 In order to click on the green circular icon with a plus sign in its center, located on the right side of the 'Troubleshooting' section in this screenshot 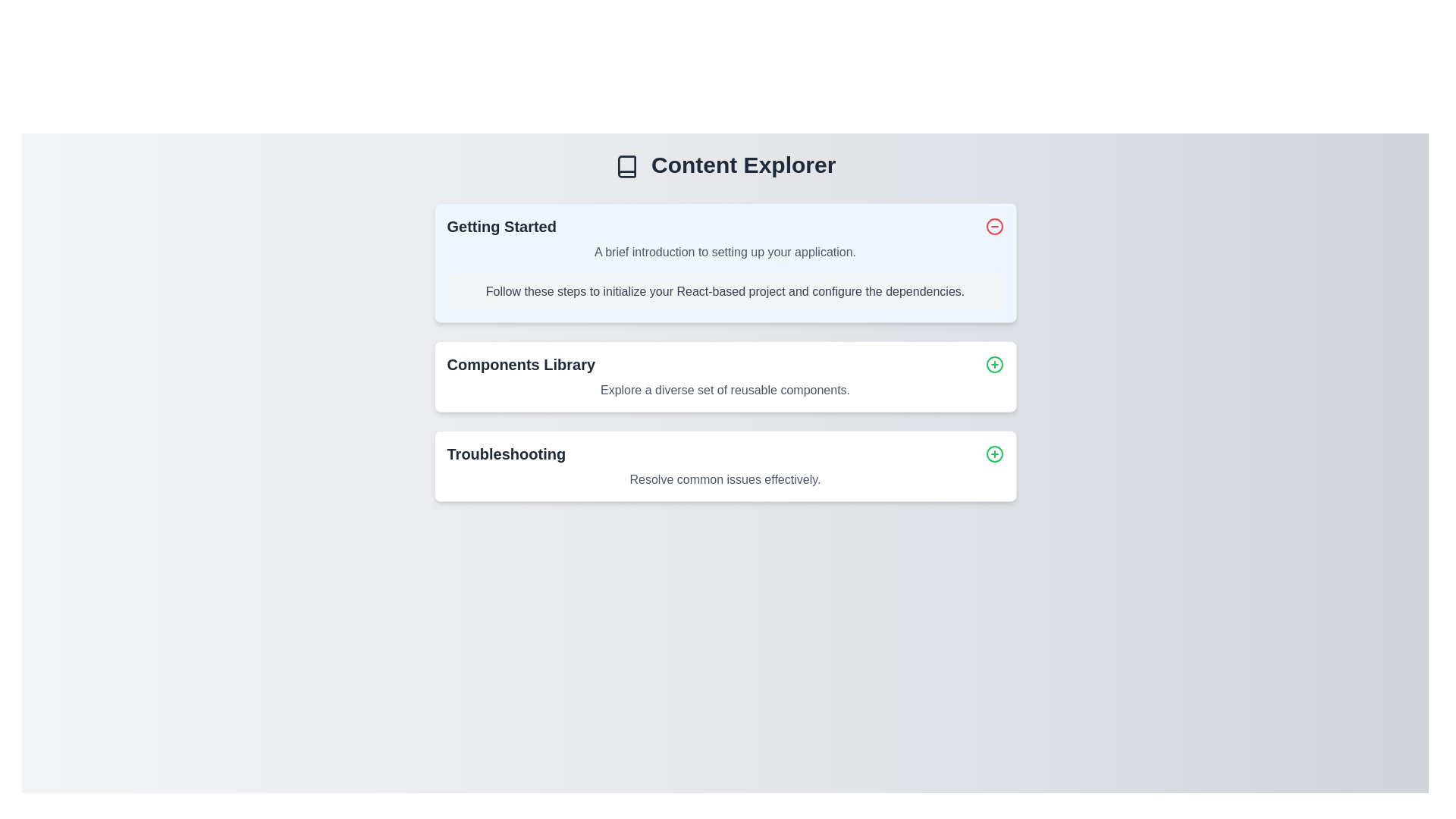, I will do `click(994, 453)`.